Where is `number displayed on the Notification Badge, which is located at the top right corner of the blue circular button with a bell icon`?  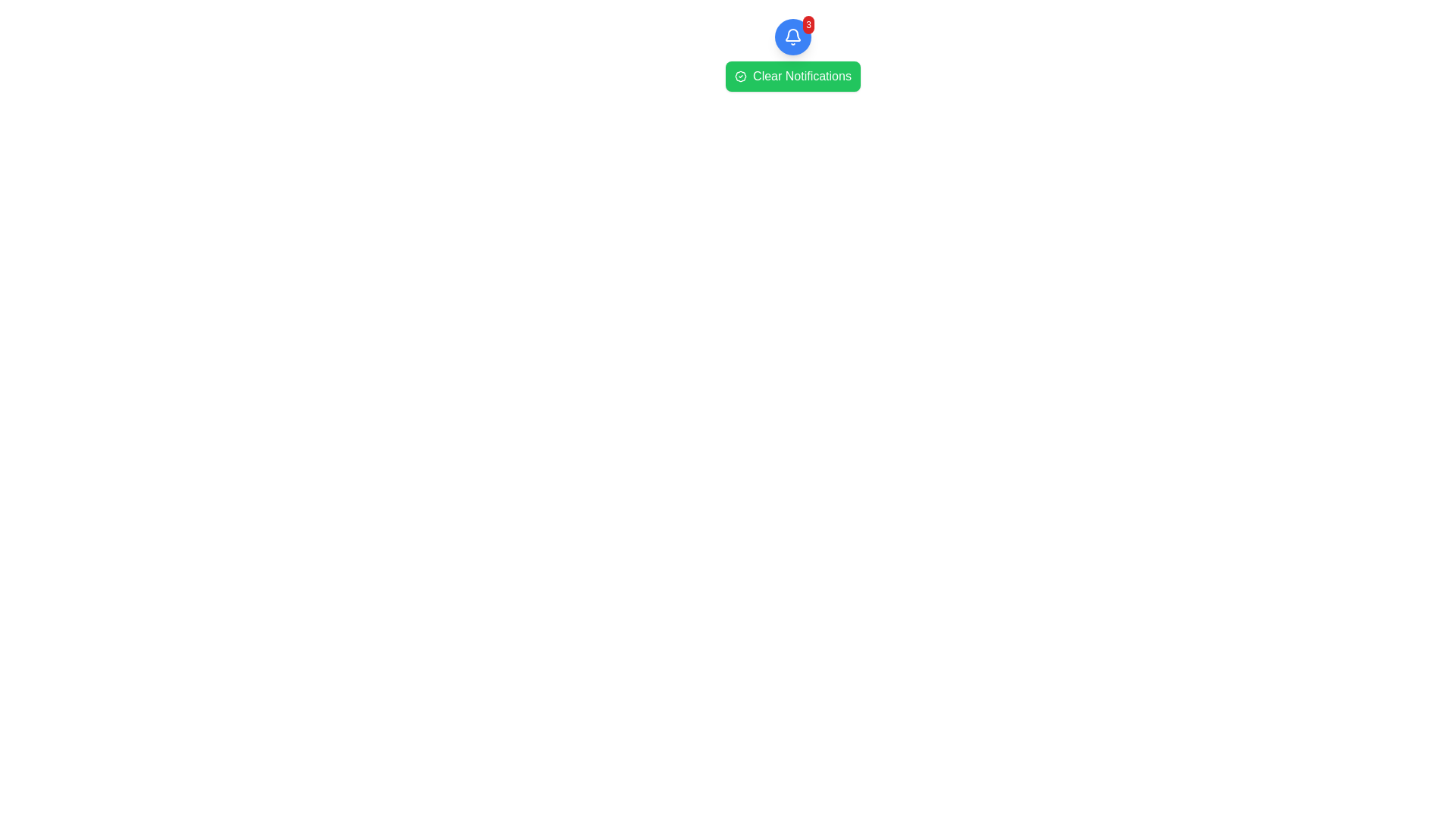
number displayed on the Notification Badge, which is located at the top right corner of the blue circular button with a bell icon is located at coordinates (808, 25).